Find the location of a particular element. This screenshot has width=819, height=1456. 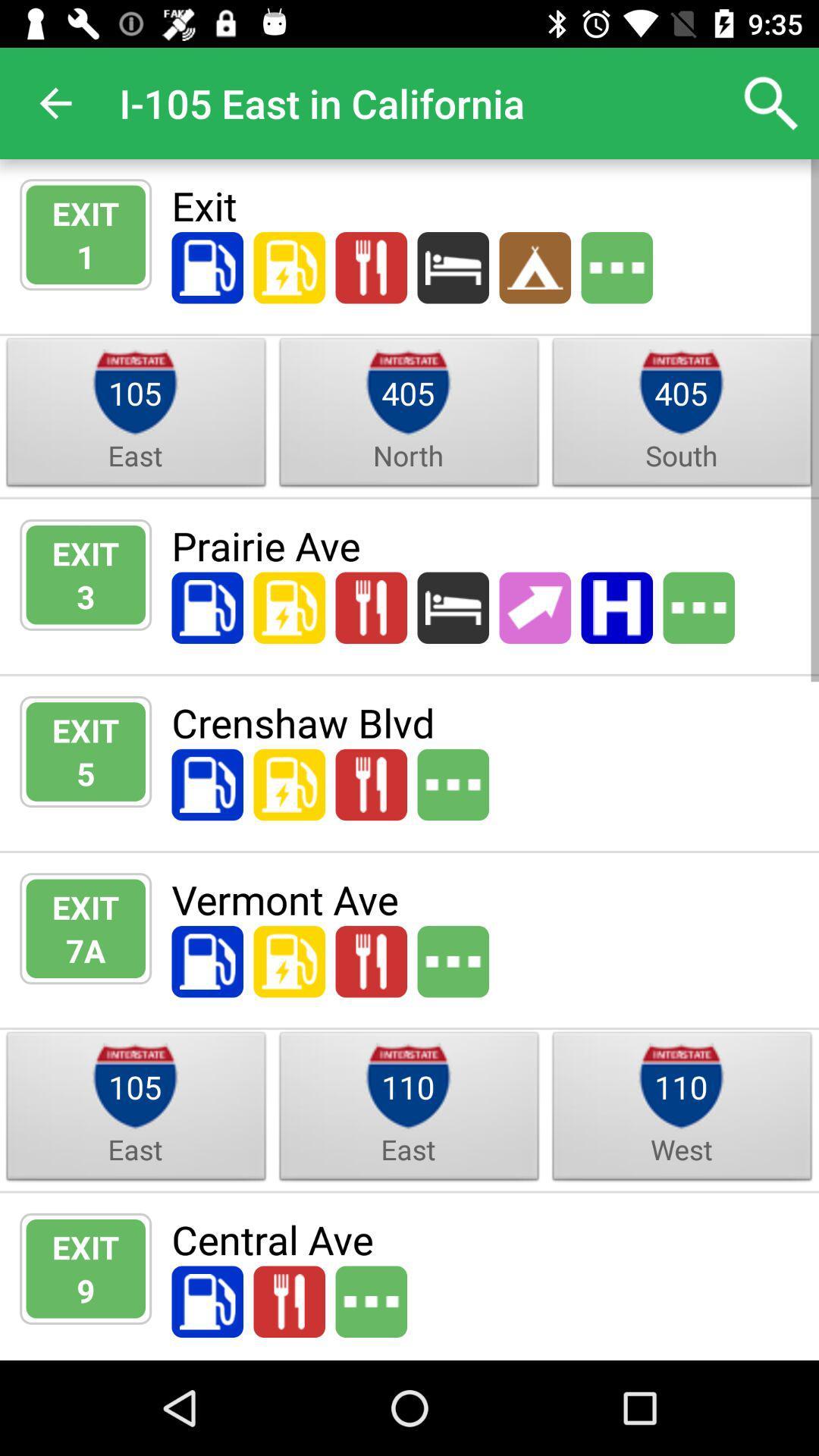

the item below the exit item is located at coordinates (86, 256).